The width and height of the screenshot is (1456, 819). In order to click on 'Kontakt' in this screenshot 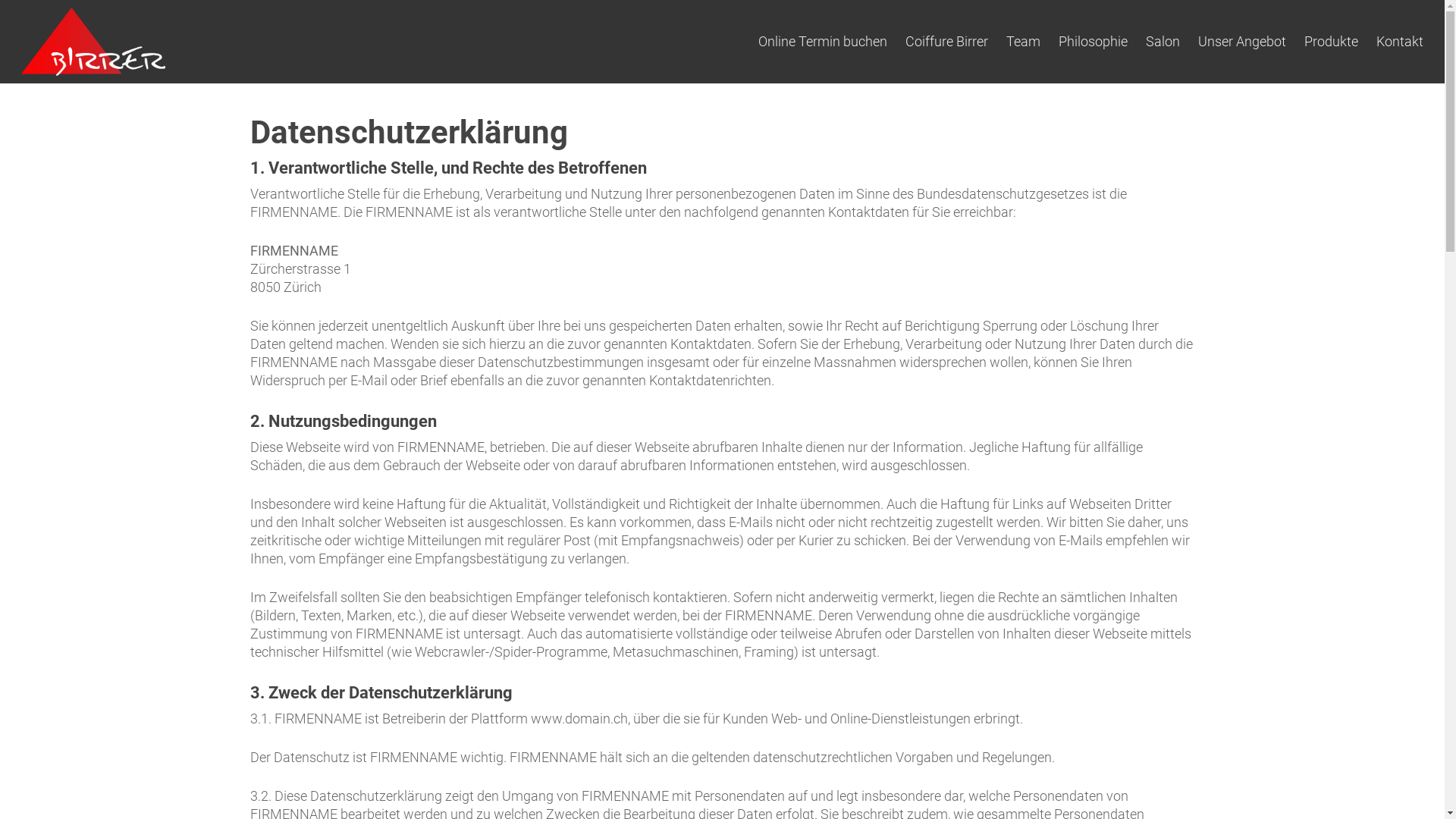, I will do `click(1376, 40)`.